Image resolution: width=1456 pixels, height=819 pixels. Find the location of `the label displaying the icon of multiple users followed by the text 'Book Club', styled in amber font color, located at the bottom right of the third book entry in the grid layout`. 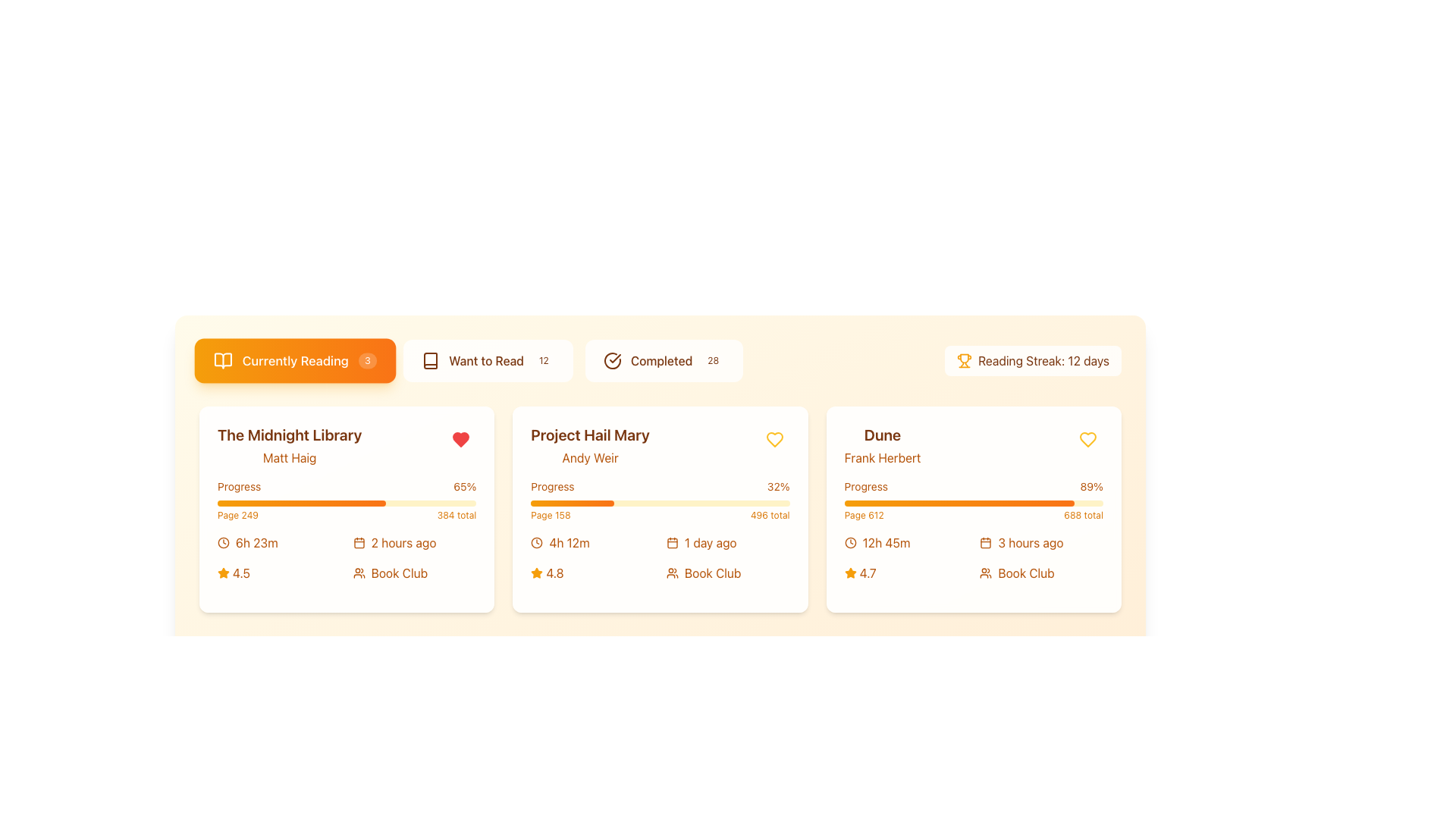

the label displaying the icon of multiple users followed by the text 'Book Club', styled in amber font color, located at the bottom right of the third book entry in the grid layout is located at coordinates (1040, 573).